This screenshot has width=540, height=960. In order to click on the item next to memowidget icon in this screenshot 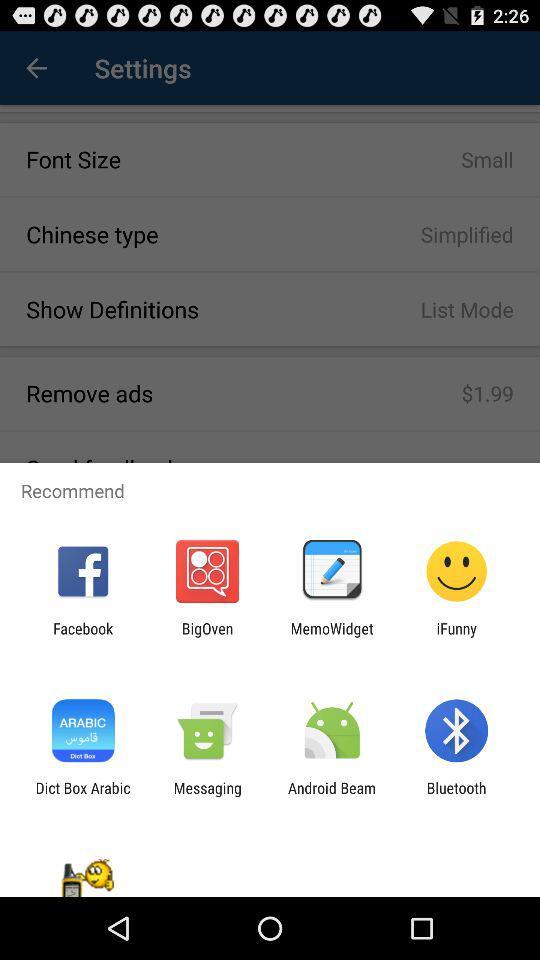, I will do `click(456, 636)`.